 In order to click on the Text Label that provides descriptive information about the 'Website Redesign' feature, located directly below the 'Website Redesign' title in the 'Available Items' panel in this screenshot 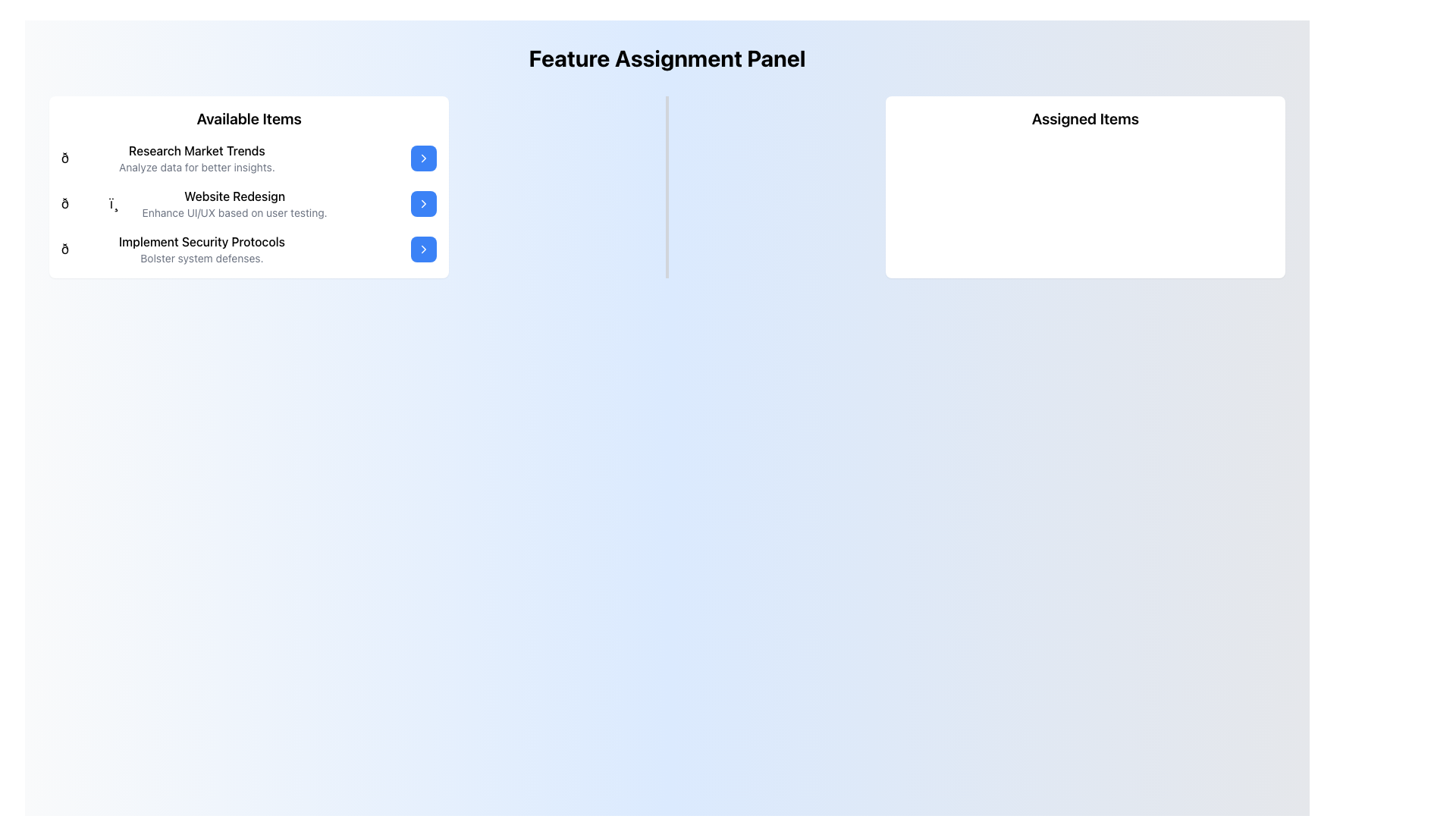, I will do `click(234, 213)`.